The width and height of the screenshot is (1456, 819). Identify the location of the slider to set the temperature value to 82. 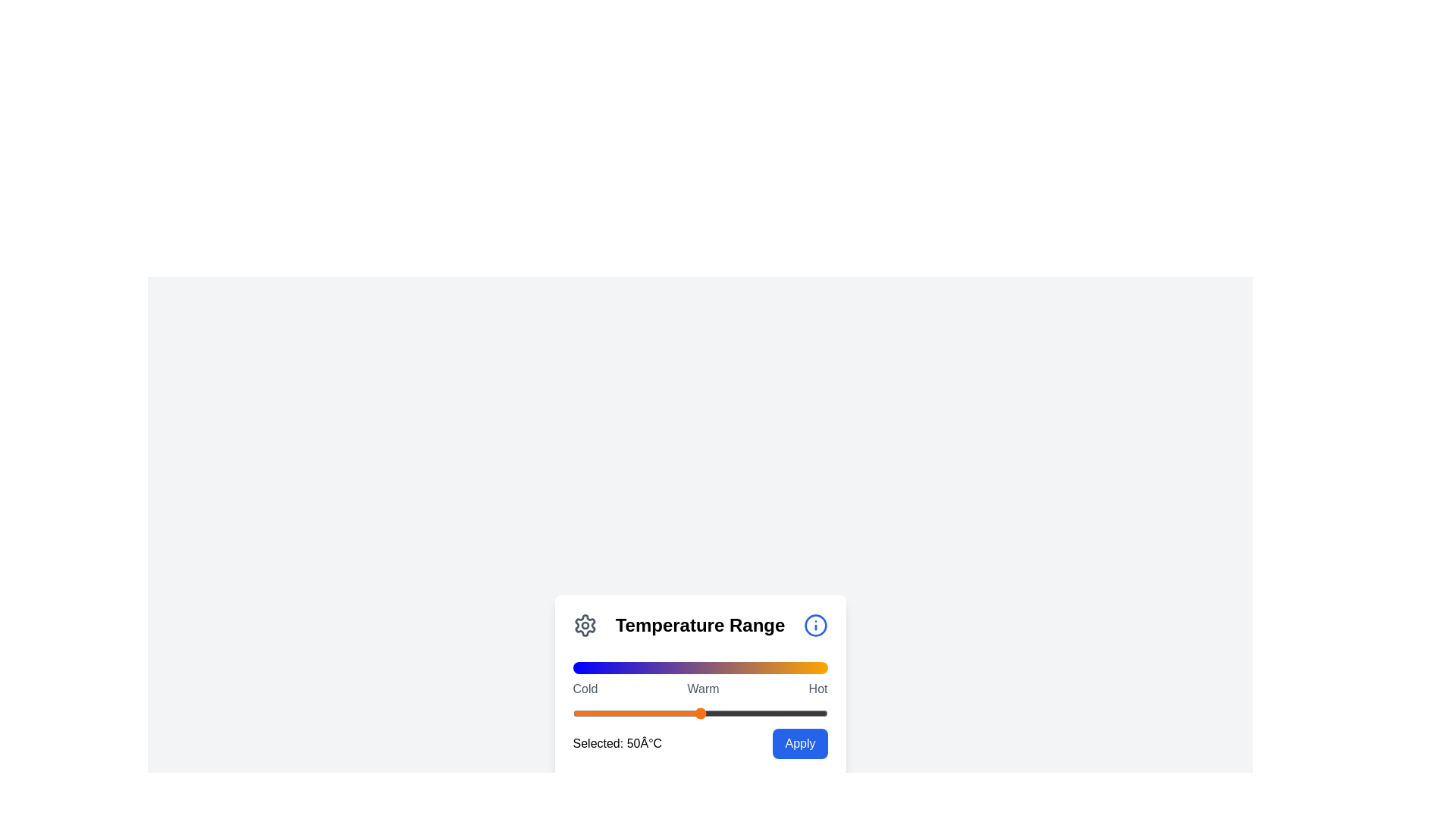
(782, 714).